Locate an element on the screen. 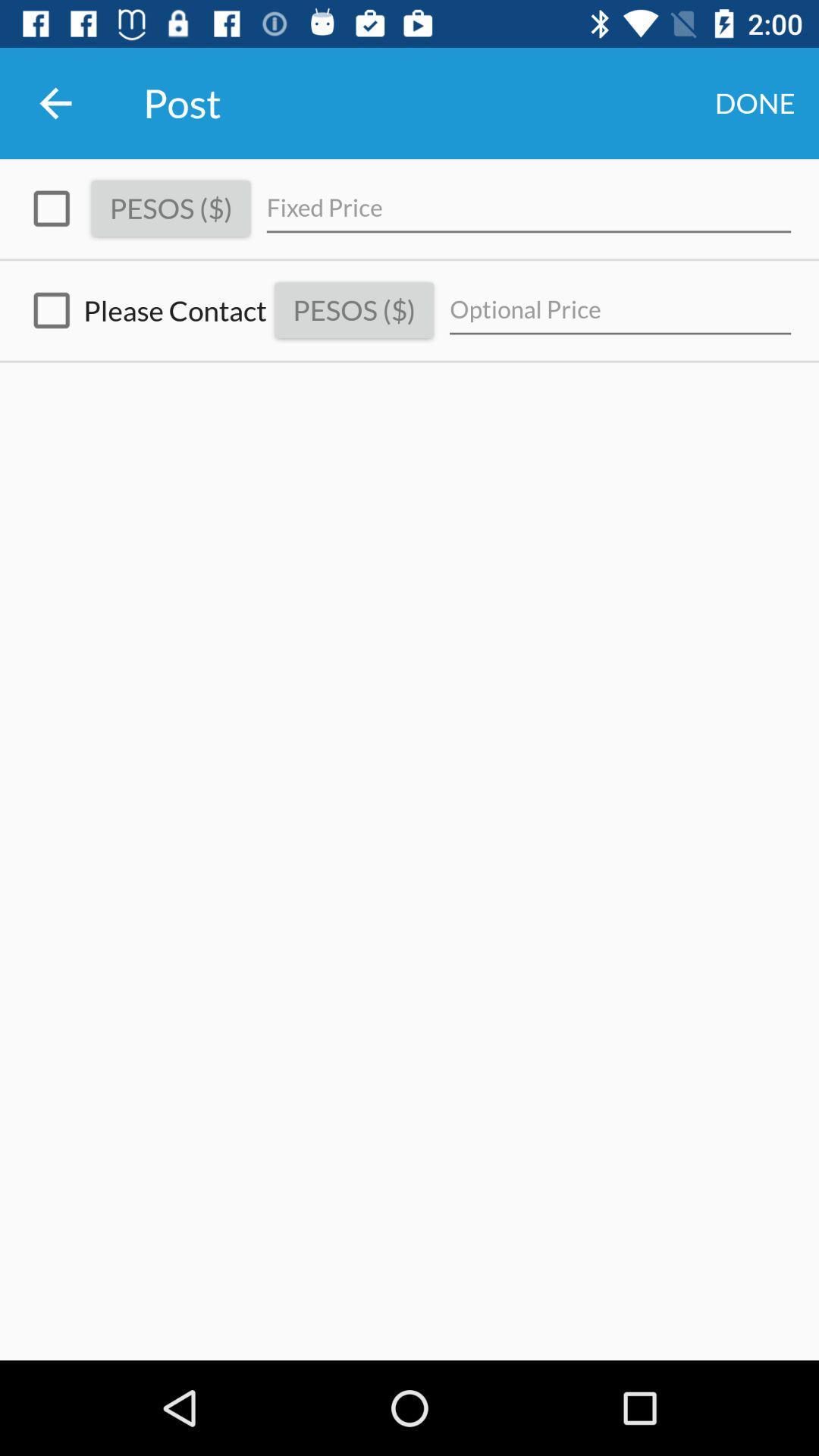 Image resolution: width=819 pixels, height=1456 pixels. done is located at coordinates (755, 102).